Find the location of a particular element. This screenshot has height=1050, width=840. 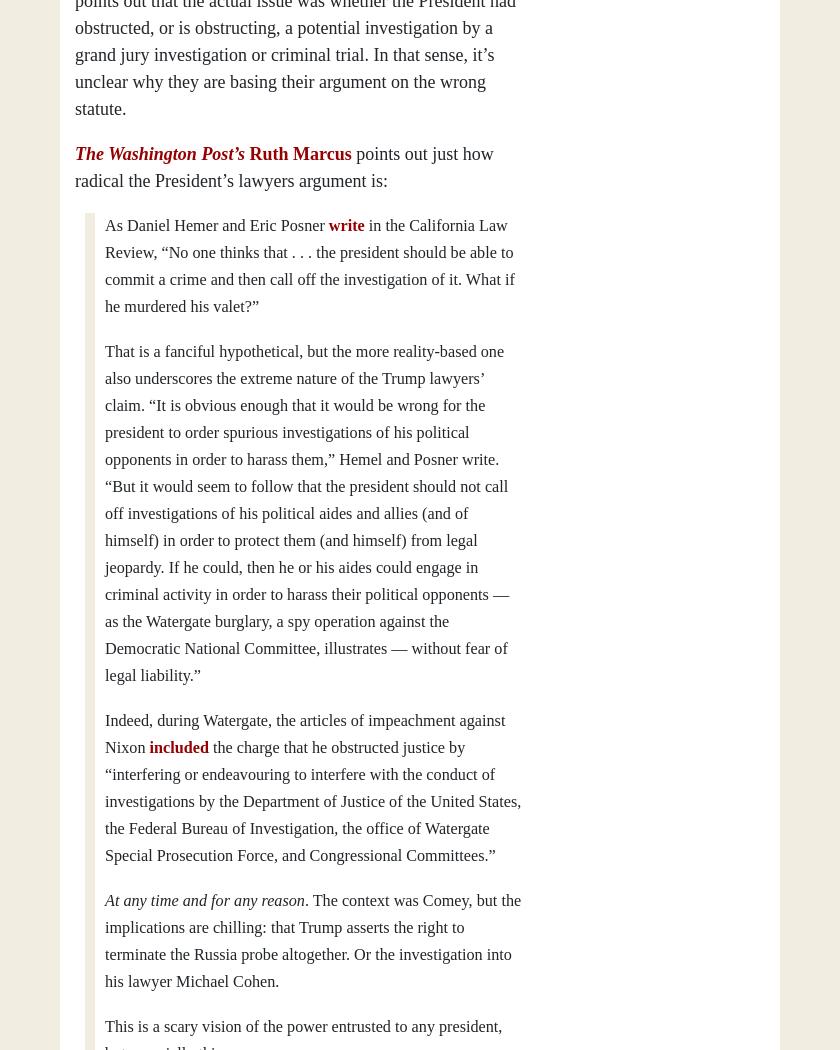

'That is a fanciful hypothetical, but the more reality-based one also underscores the extreme nature of the Trump lawyers’ claim. “It is obvious enough that it would be wrong for the president to order spurious investigations of his political opponents in order to harass them,” Hemel and Posner write. “But it would seem to follow that the president should not call off investigations of his political aides and allies (and of himself) in order to protect them (and himself) from legal jeopardy. If he could, then he or his aides could engage in criminal activity in order to harass their political opponents — as the Watergate burglary, a spy operation against the Democratic National Committee, illustrates — without fear of legal liability.”' is located at coordinates (307, 512).